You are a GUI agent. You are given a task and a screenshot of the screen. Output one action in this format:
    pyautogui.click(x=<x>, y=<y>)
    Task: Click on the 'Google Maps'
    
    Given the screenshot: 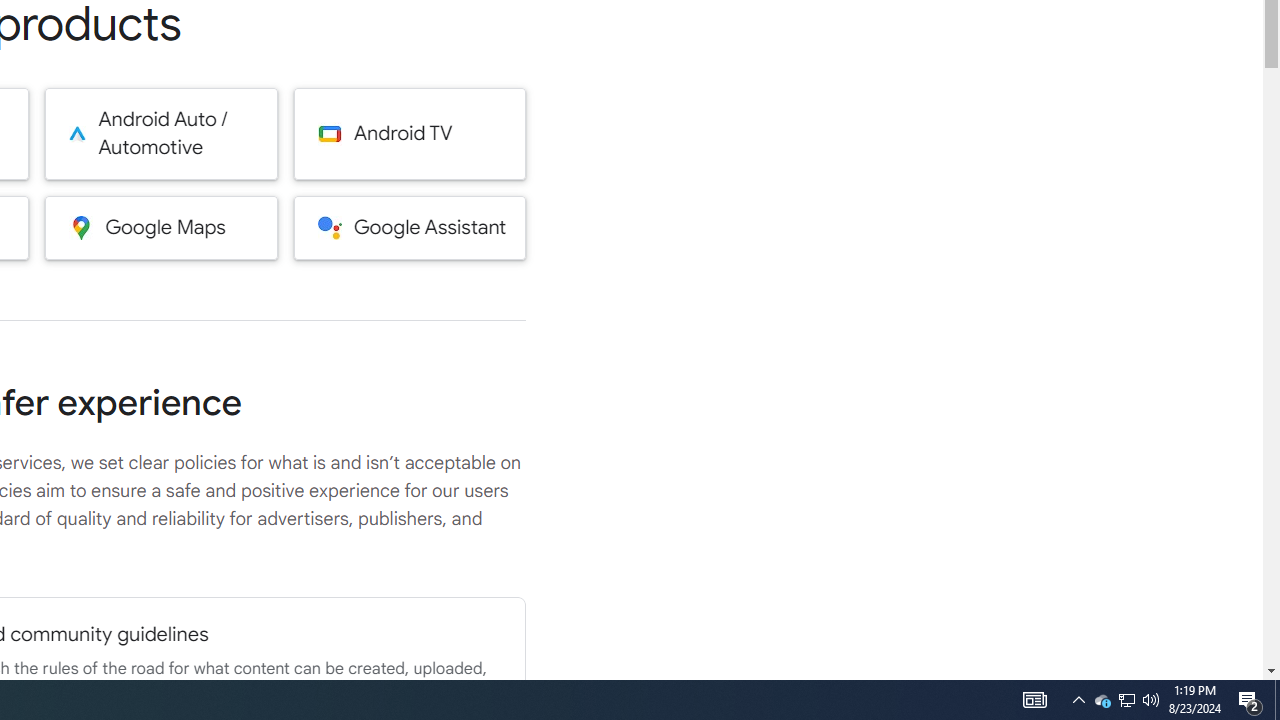 What is the action you would take?
    pyautogui.click(x=161, y=226)
    